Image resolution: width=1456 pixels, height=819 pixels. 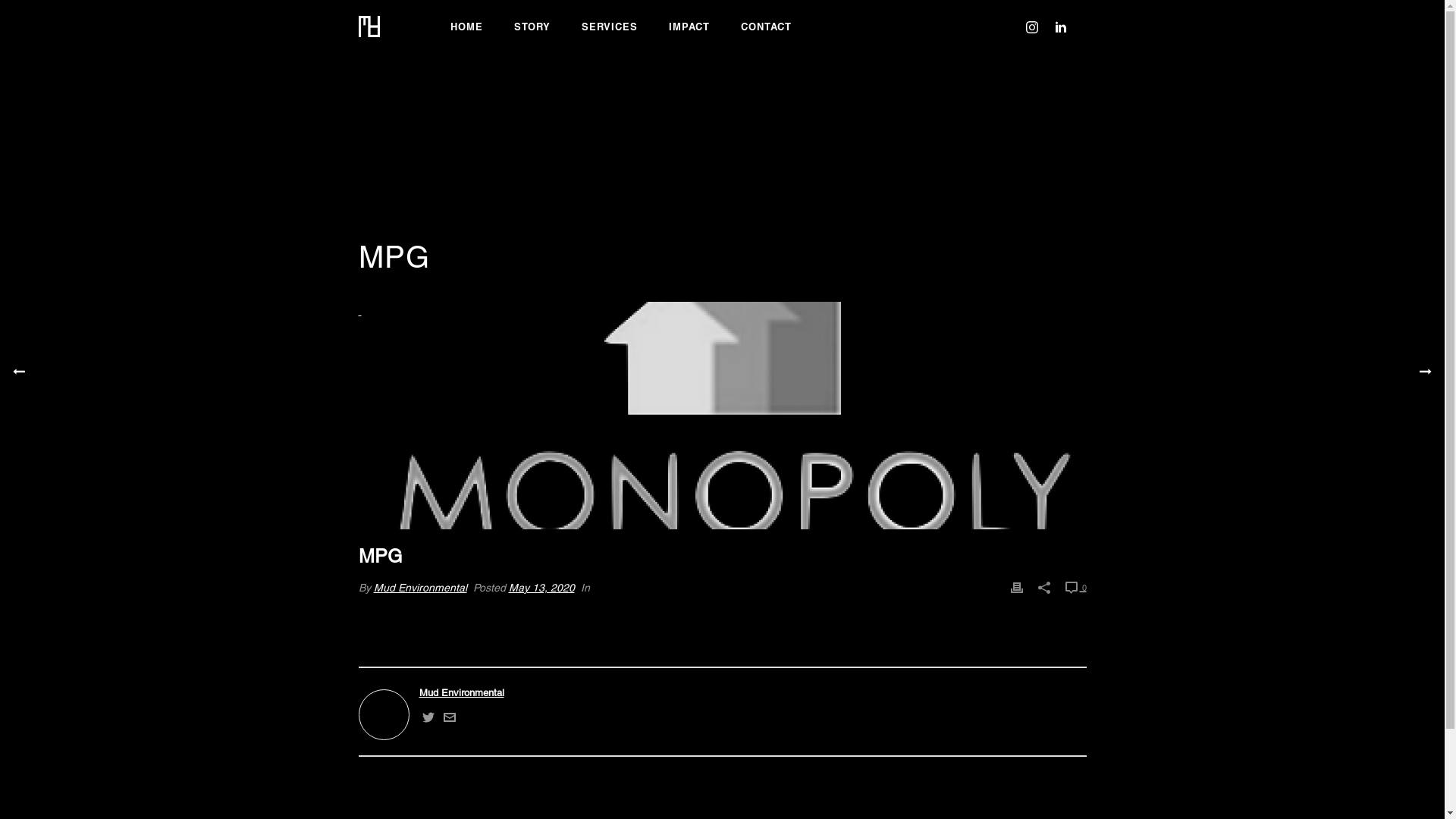 What do you see at coordinates (765, 26) in the screenshot?
I see `'CONTACT'` at bounding box center [765, 26].